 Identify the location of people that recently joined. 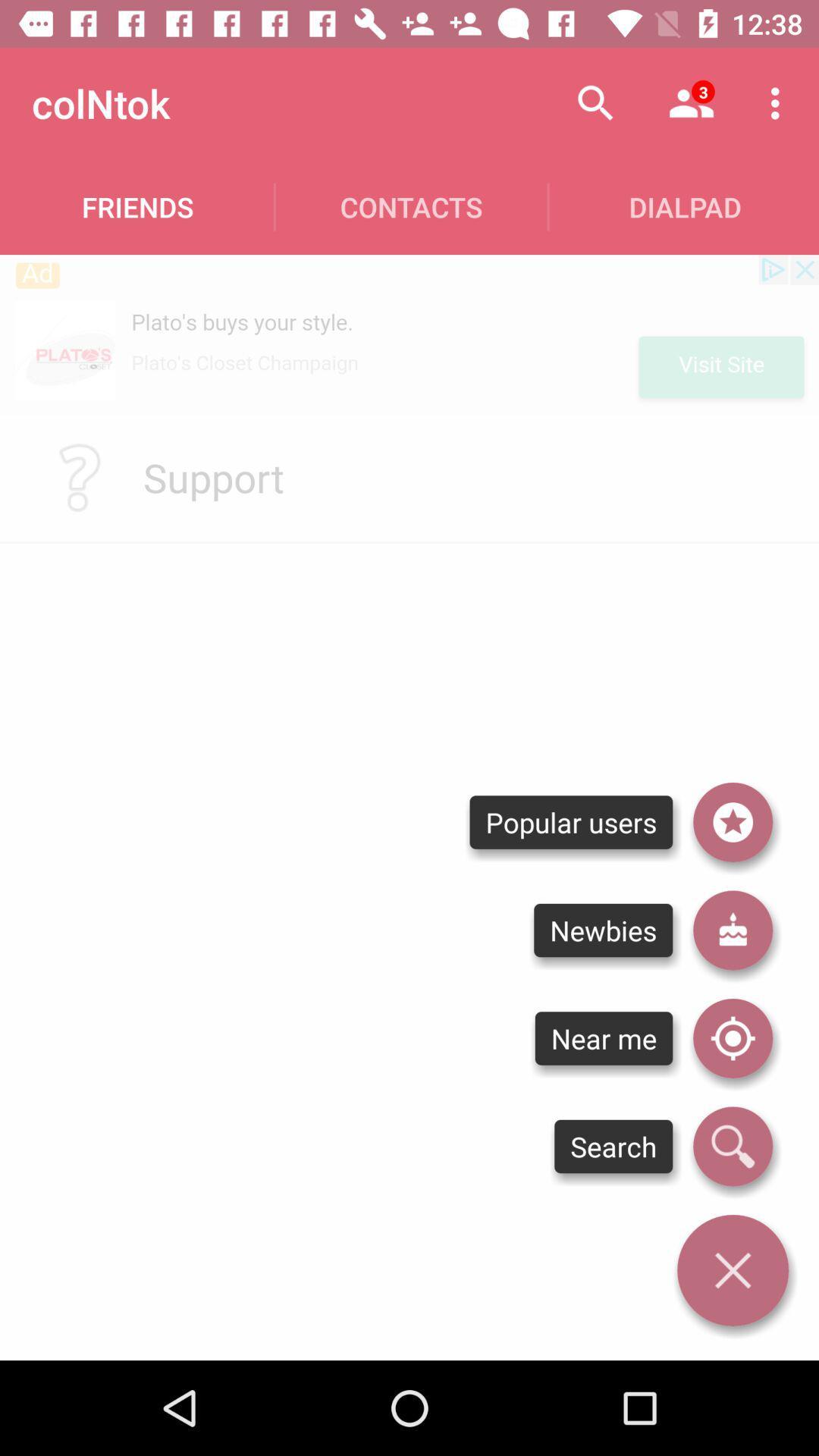
(732, 930).